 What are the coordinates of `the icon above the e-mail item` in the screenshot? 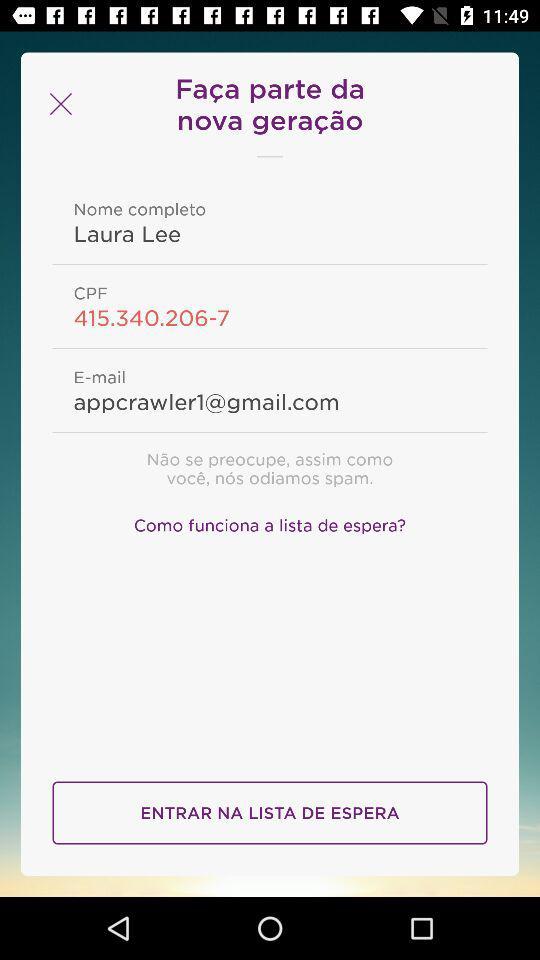 It's located at (270, 317).